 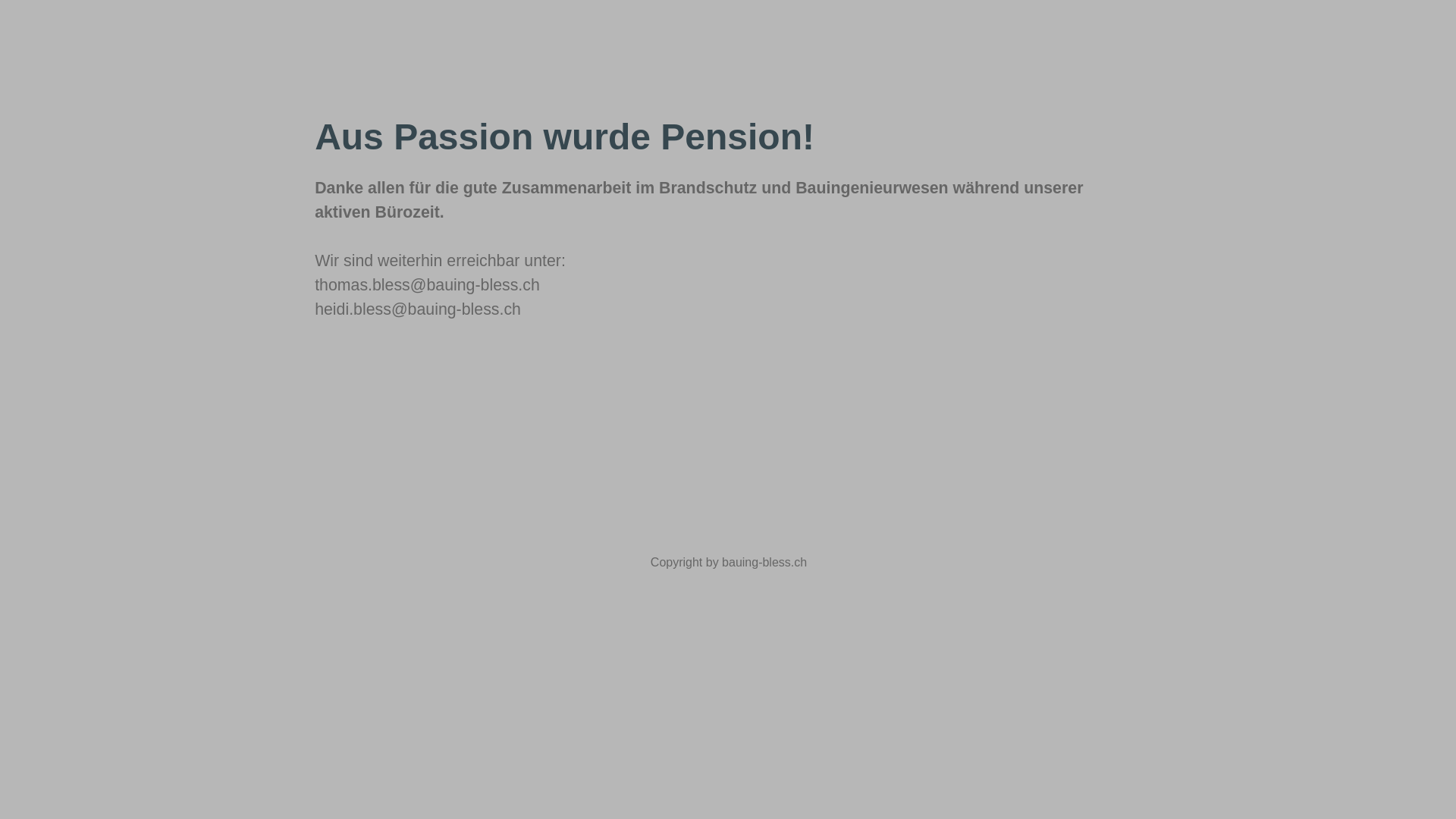 What do you see at coordinates (418, 309) in the screenshot?
I see `'heidi.bless@bauing-bless.ch'` at bounding box center [418, 309].